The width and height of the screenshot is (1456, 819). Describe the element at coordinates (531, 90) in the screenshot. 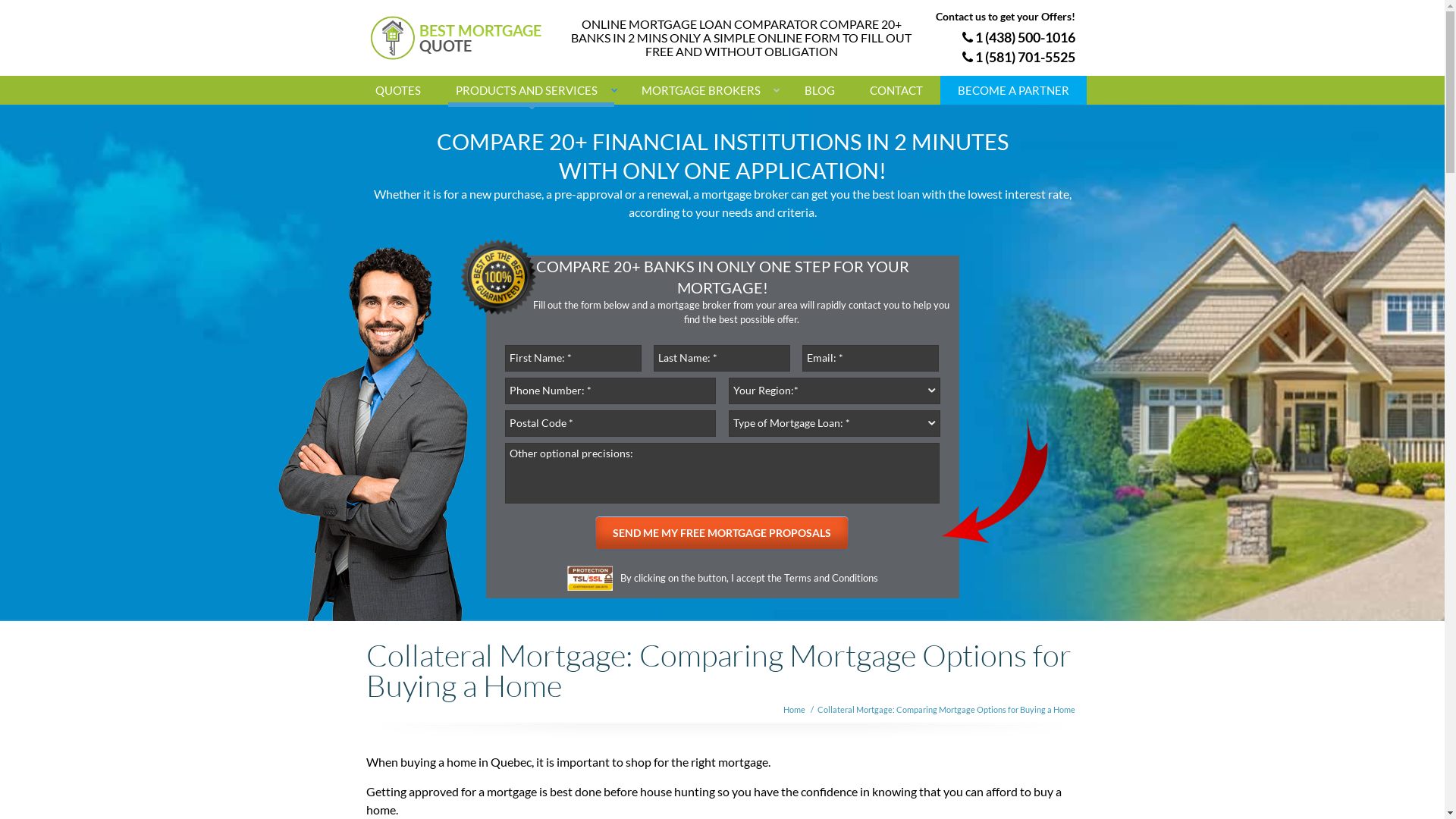

I see `'PRODUCTS AND SERVICES'` at that location.